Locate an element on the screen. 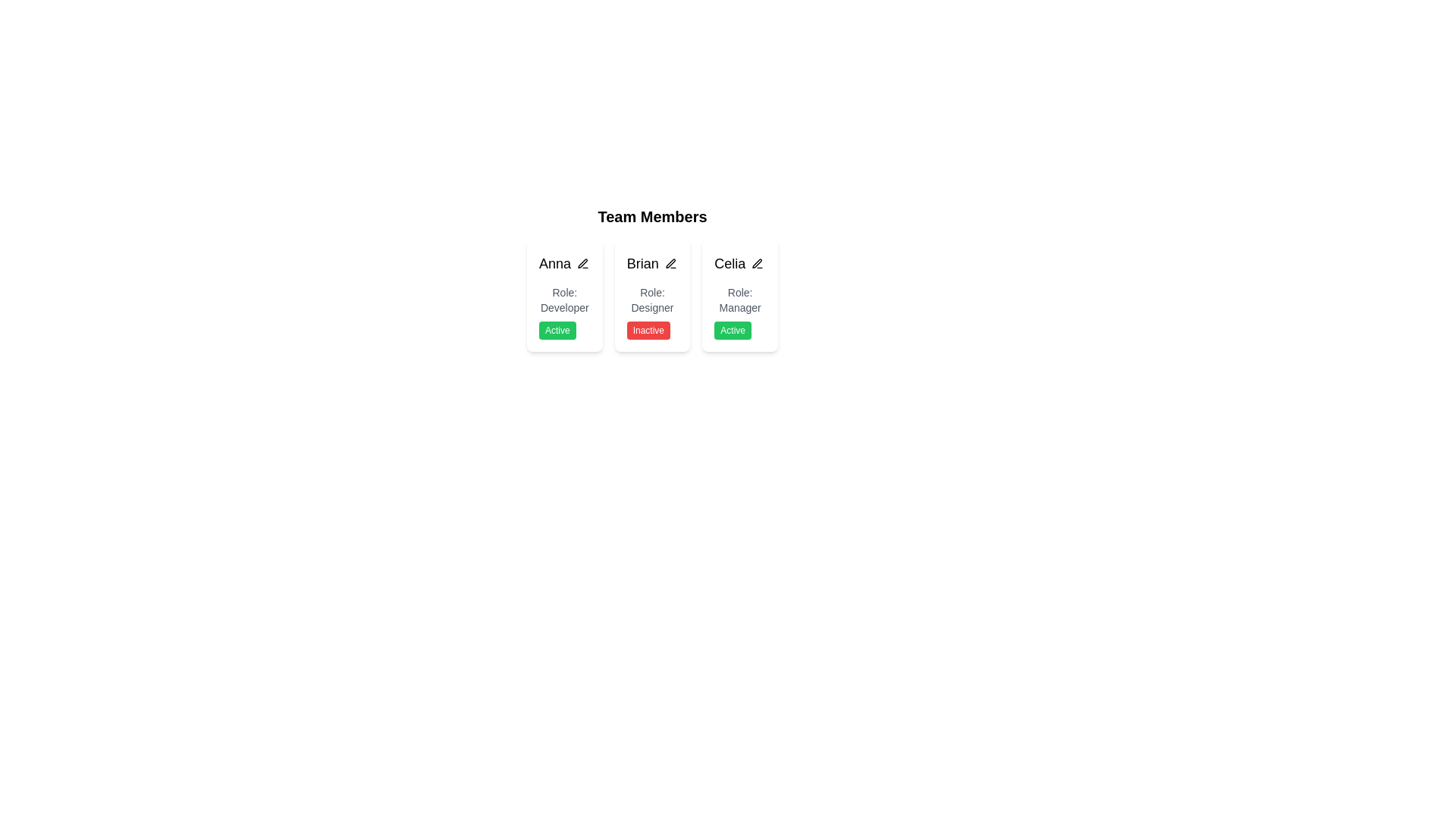 The width and height of the screenshot is (1456, 819). the text label displaying the name 'Anna' at the top-left corner of the first card in the 'Team Members' section is located at coordinates (554, 262).